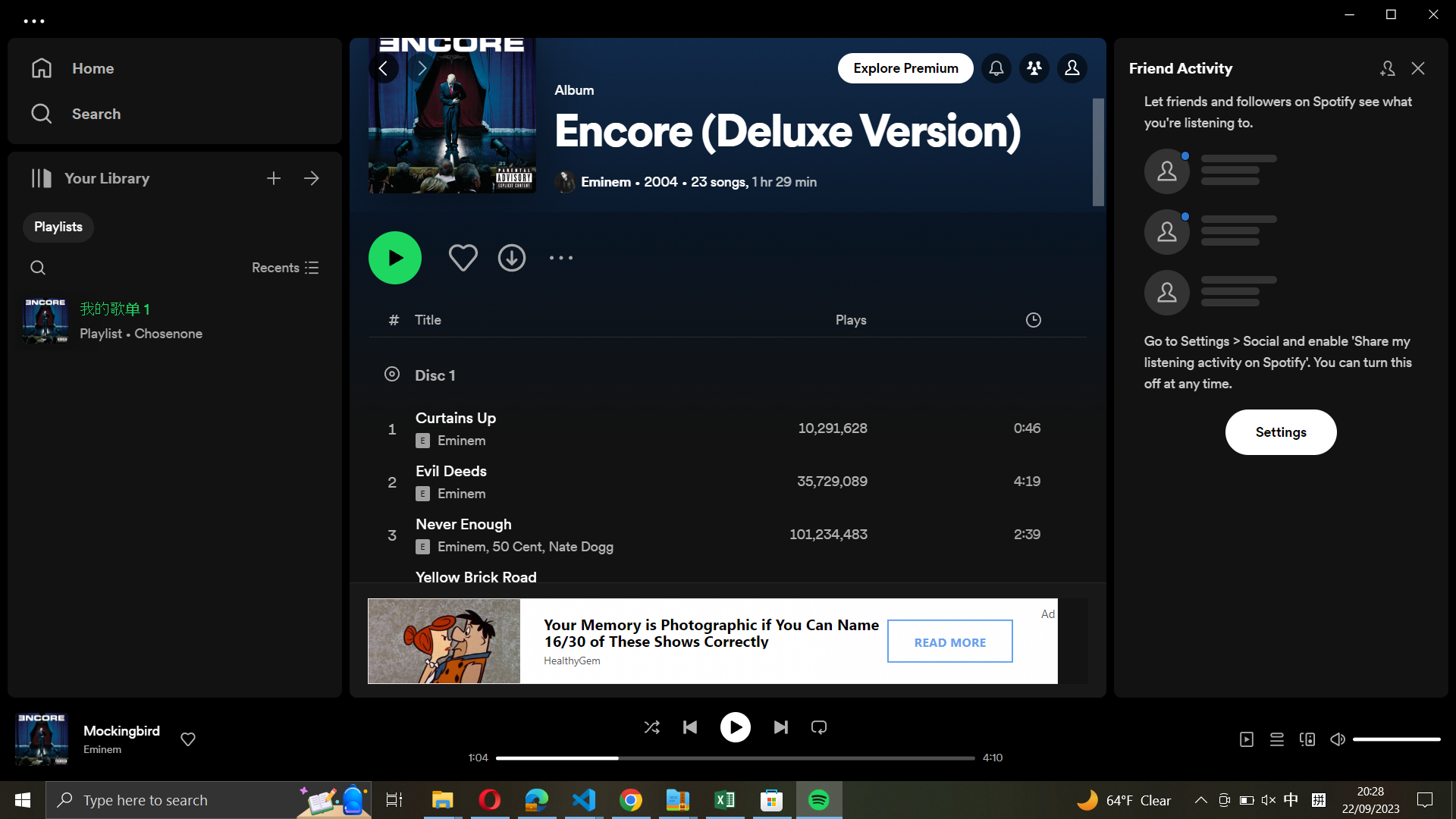 Image resolution: width=1456 pixels, height=819 pixels. Describe the element at coordinates (908, 322) in the screenshot. I see `Organize the playlist based on the count of plays` at that location.